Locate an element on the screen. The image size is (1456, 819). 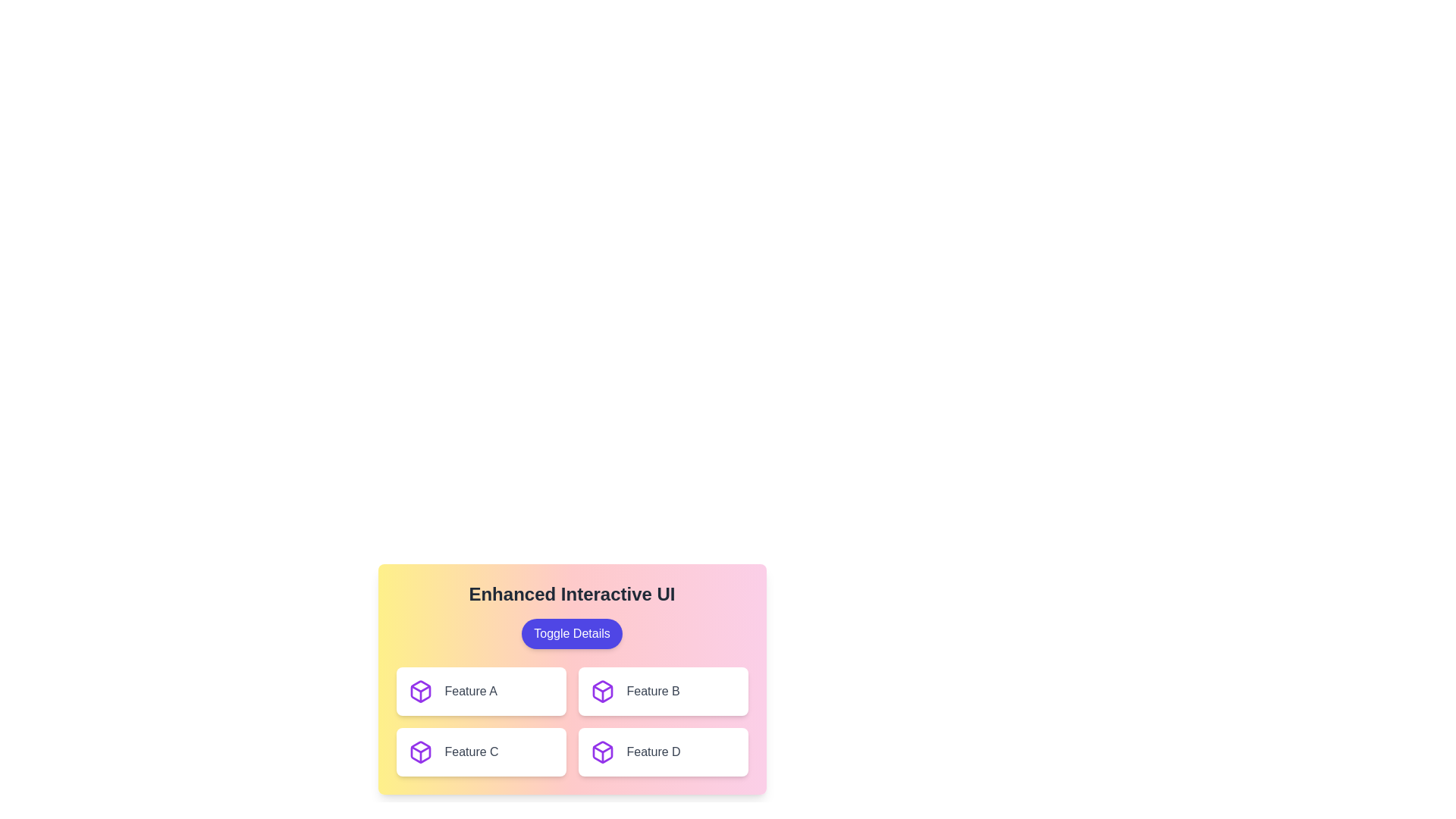
the rounded rectangular button with the text 'Toggle Details' that is located centrally below the heading 'Enhanced Interactive UI' to observe potential hover effects is located at coordinates (571, 634).